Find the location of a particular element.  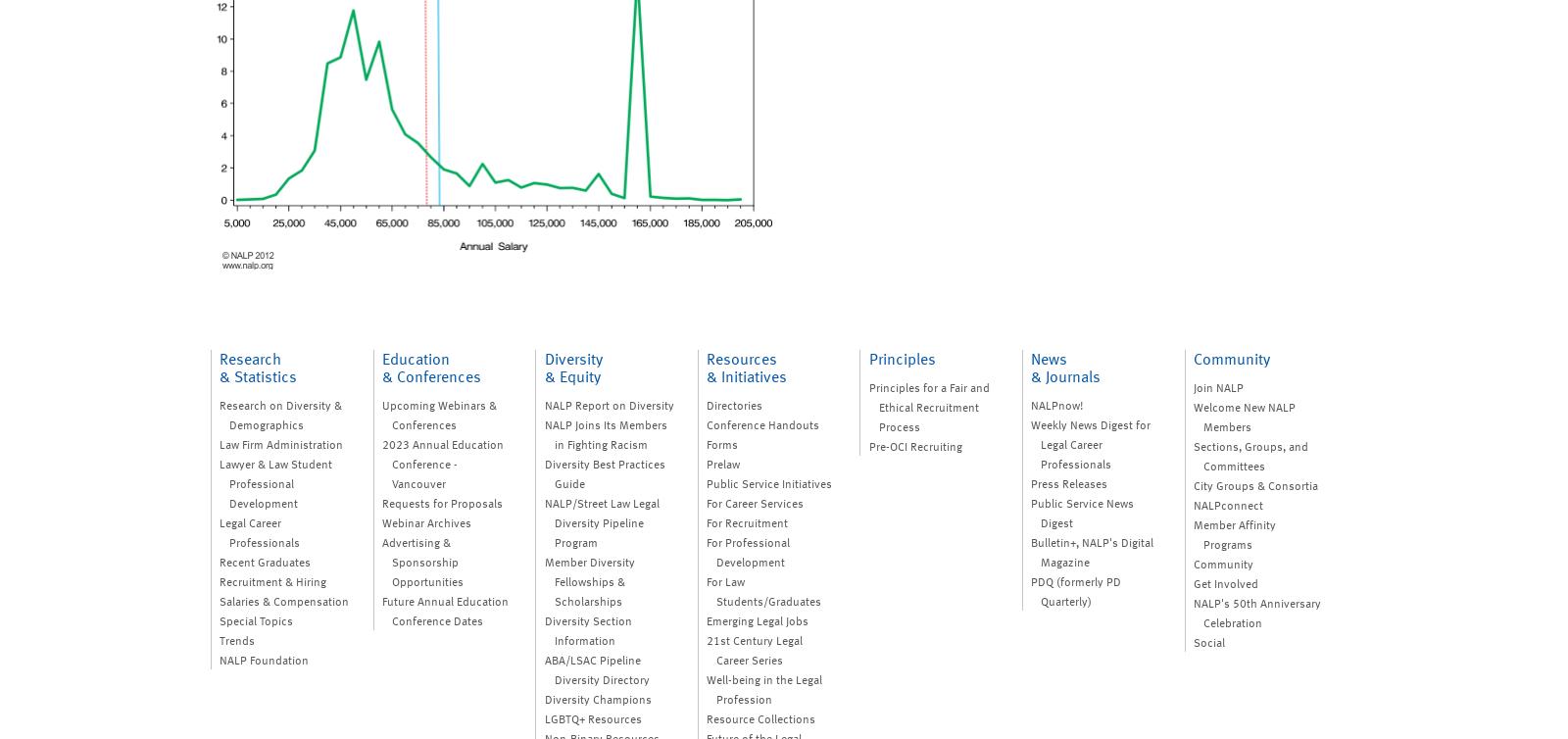

'Lawyer & Law Student Professional Development' is located at coordinates (275, 481).